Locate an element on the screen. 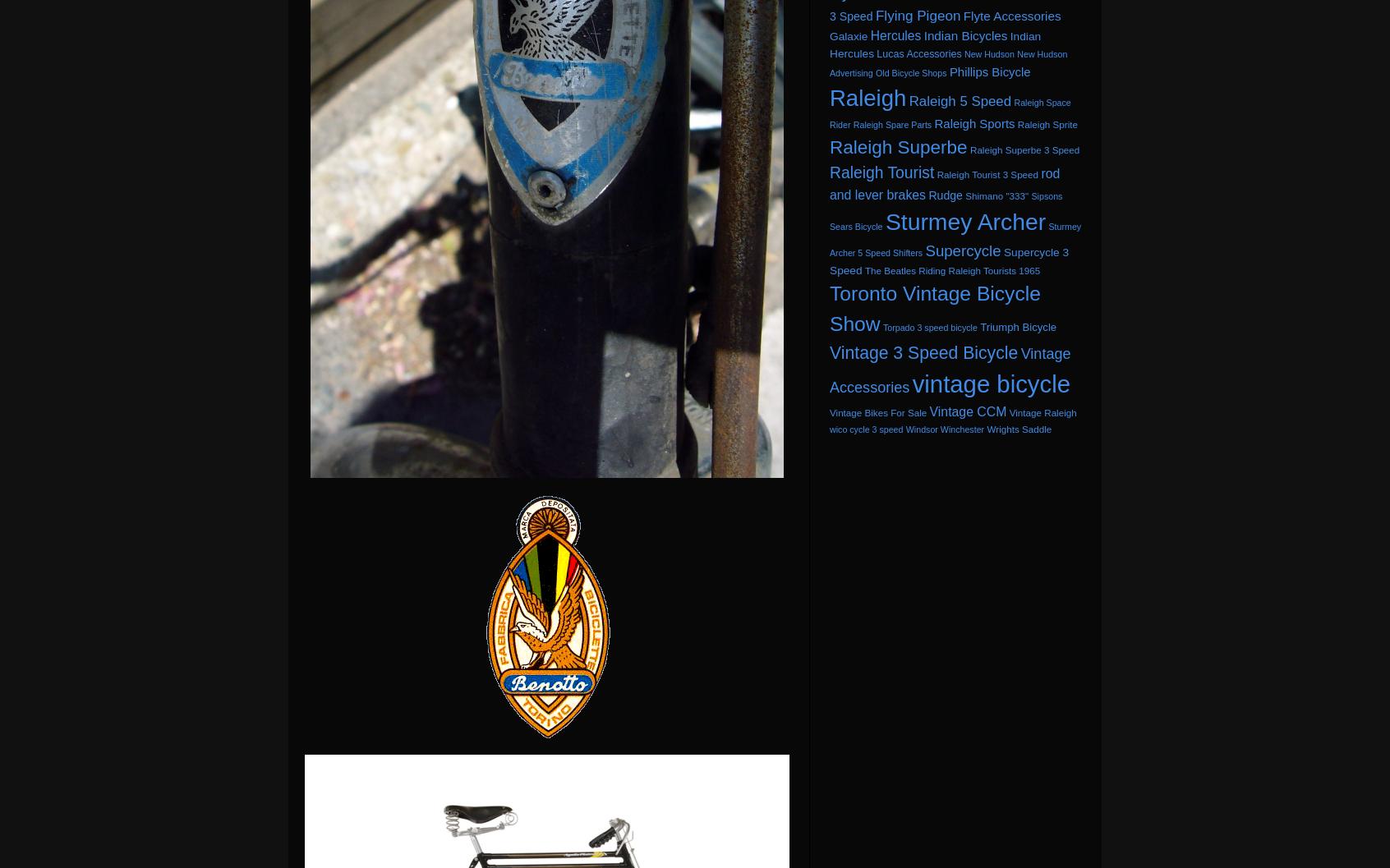 This screenshot has height=868, width=1390. 'Vintage Accessories' is located at coordinates (949, 370).